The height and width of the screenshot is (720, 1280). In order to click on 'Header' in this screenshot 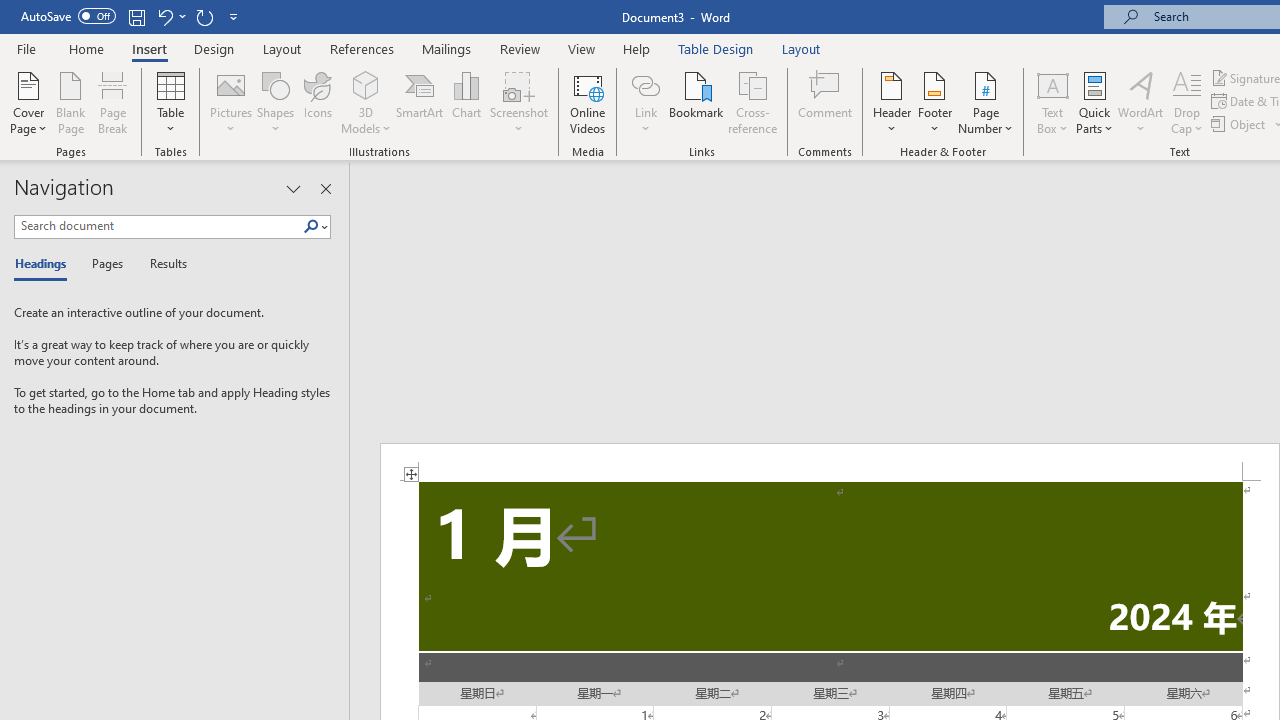, I will do `click(891, 103)`.